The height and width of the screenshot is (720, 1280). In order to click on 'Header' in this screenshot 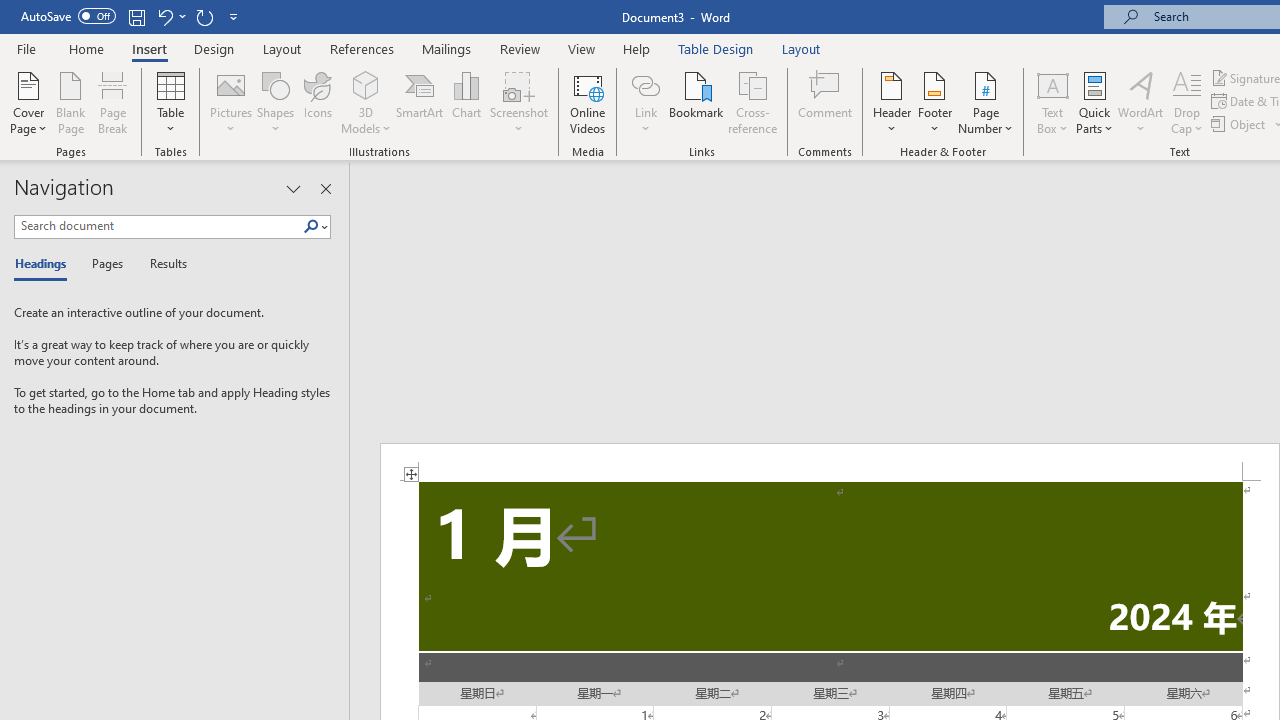, I will do `click(891, 103)`.